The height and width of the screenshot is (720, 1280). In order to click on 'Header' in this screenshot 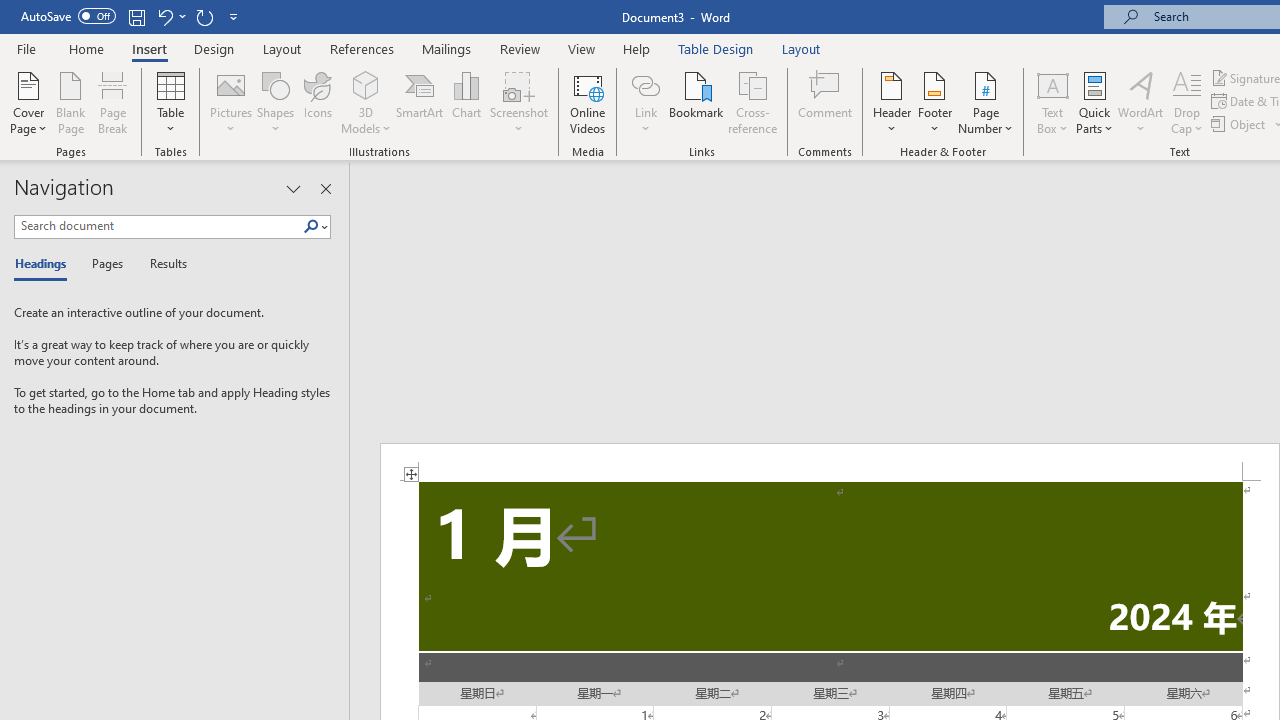, I will do `click(891, 103)`.